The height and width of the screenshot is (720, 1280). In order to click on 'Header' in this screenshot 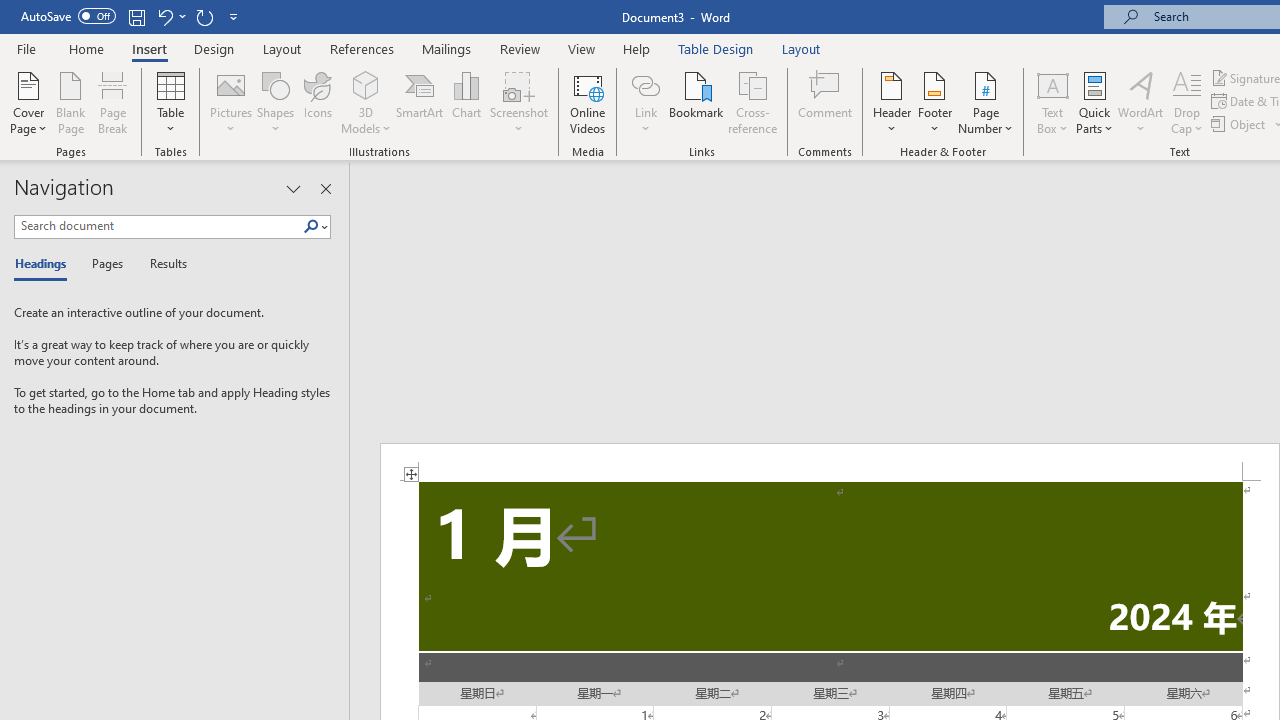, I will do `click(891, 103)`.